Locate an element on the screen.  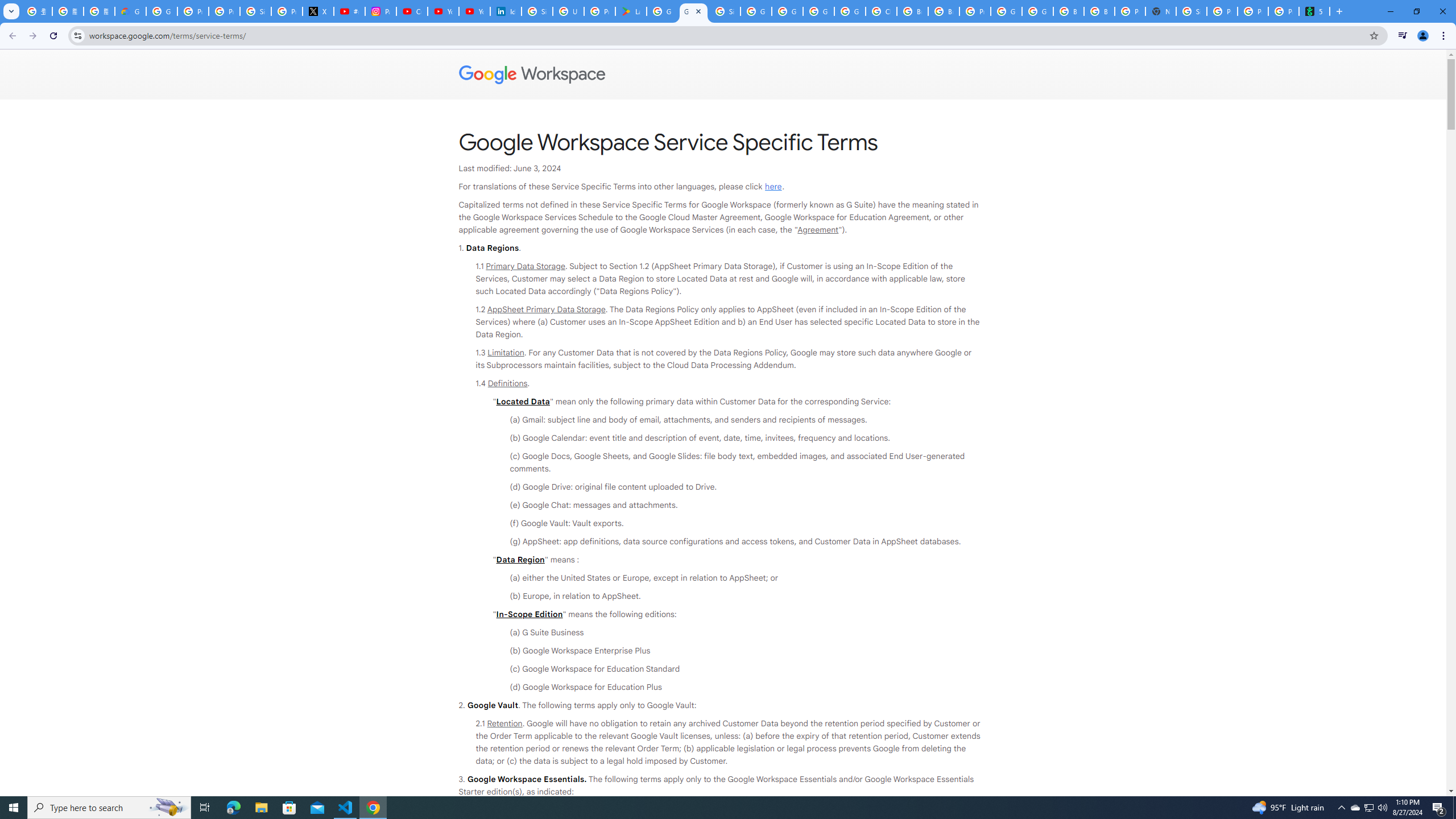
'Browse Chrome as a guest - Computer - Google Chrome Help' is located at coordinates (1069, 11).